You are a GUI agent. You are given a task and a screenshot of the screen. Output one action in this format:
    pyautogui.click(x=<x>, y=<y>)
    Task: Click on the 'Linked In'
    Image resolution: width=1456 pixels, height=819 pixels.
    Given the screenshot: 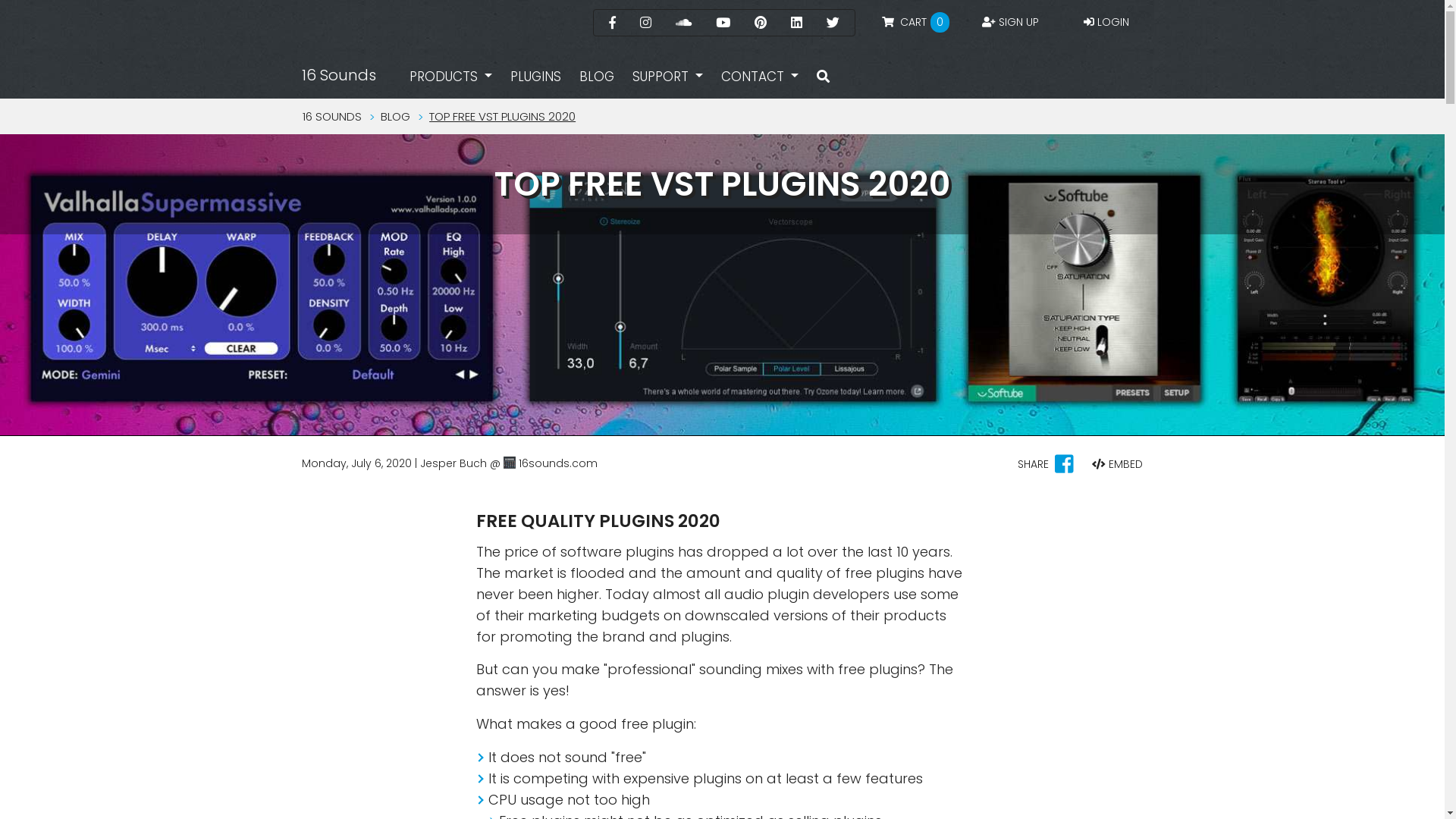 What is the action you would take?
    pyautogui.click(x=795, y=23)
    